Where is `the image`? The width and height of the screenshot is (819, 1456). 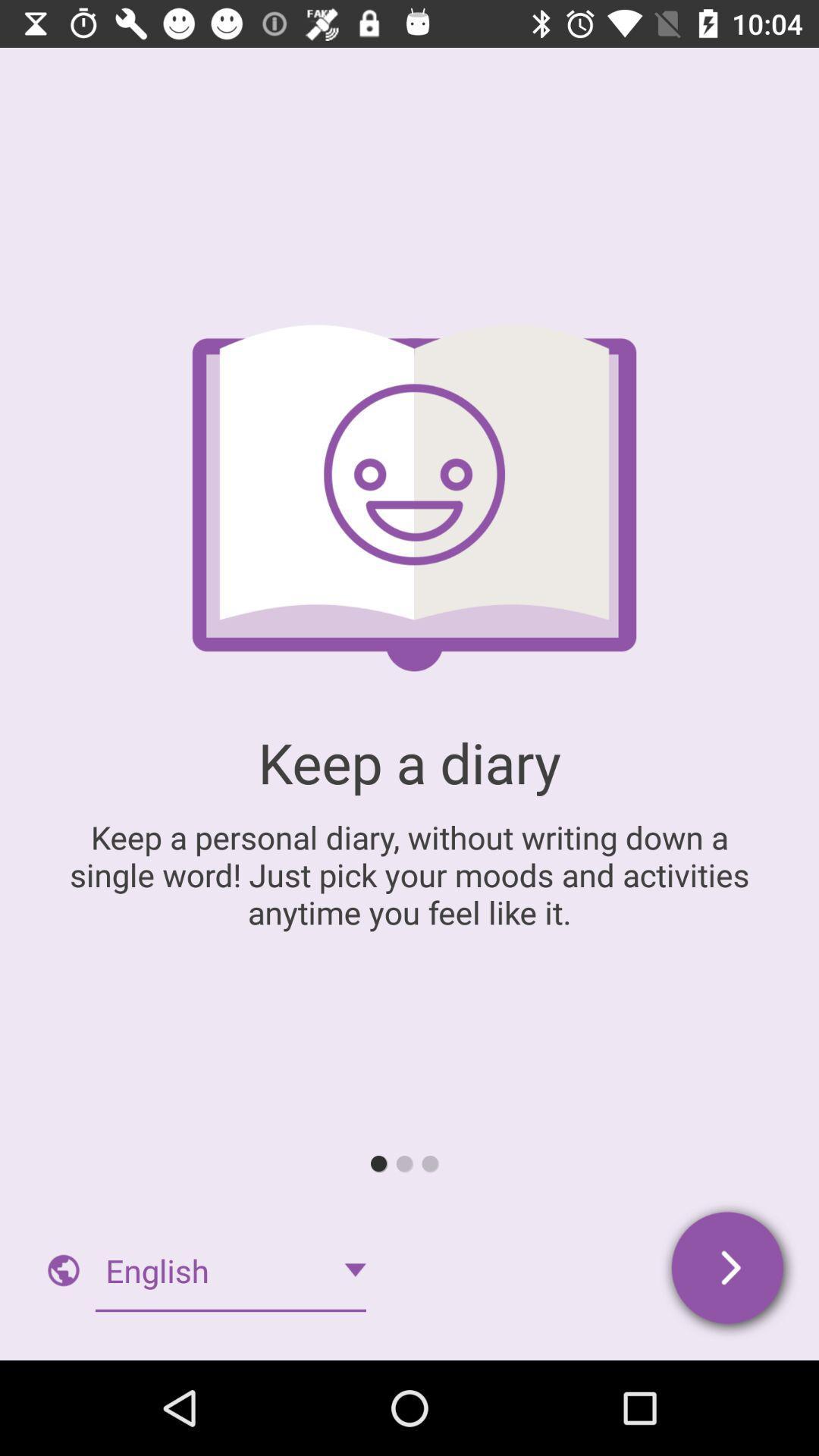 the image is located at coordinates (63, 1270).